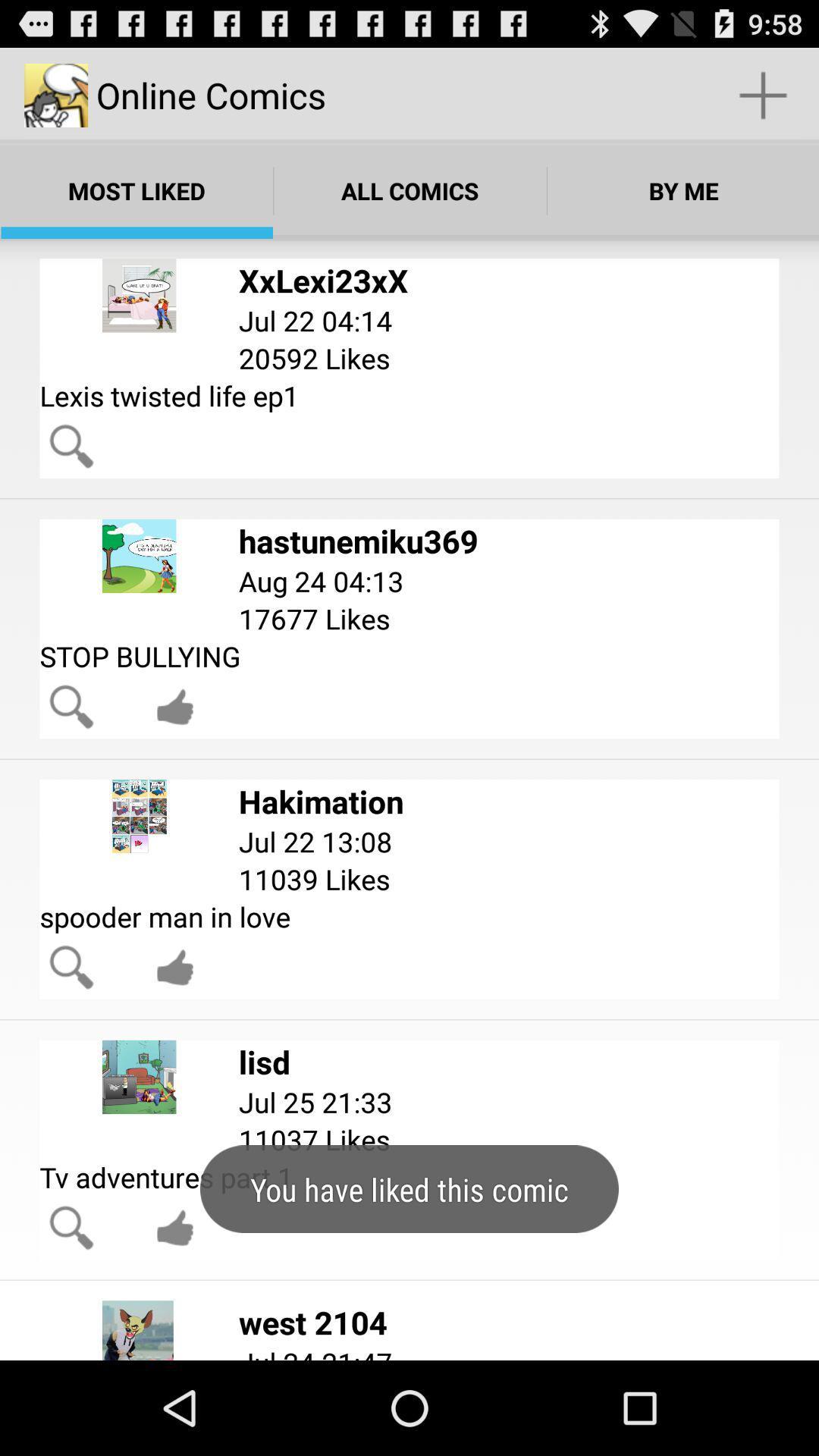  What do you see at coordinates (71, 706) in the screenshot?
I see `search option` at bounding box center [71, 706].